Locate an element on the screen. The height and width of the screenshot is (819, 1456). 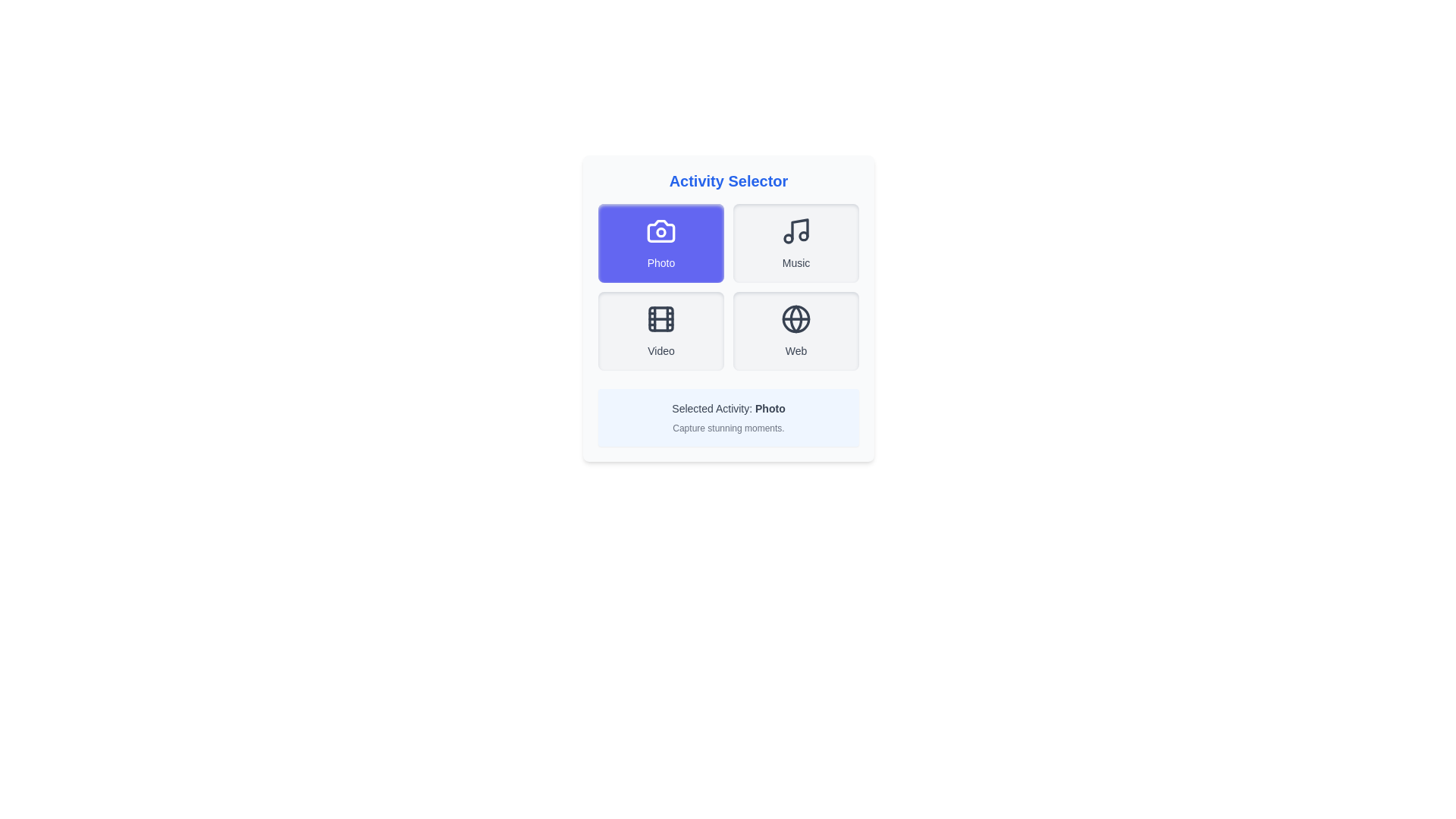
the button in the first row and second column of the grid is located at coordinates (795, 242).